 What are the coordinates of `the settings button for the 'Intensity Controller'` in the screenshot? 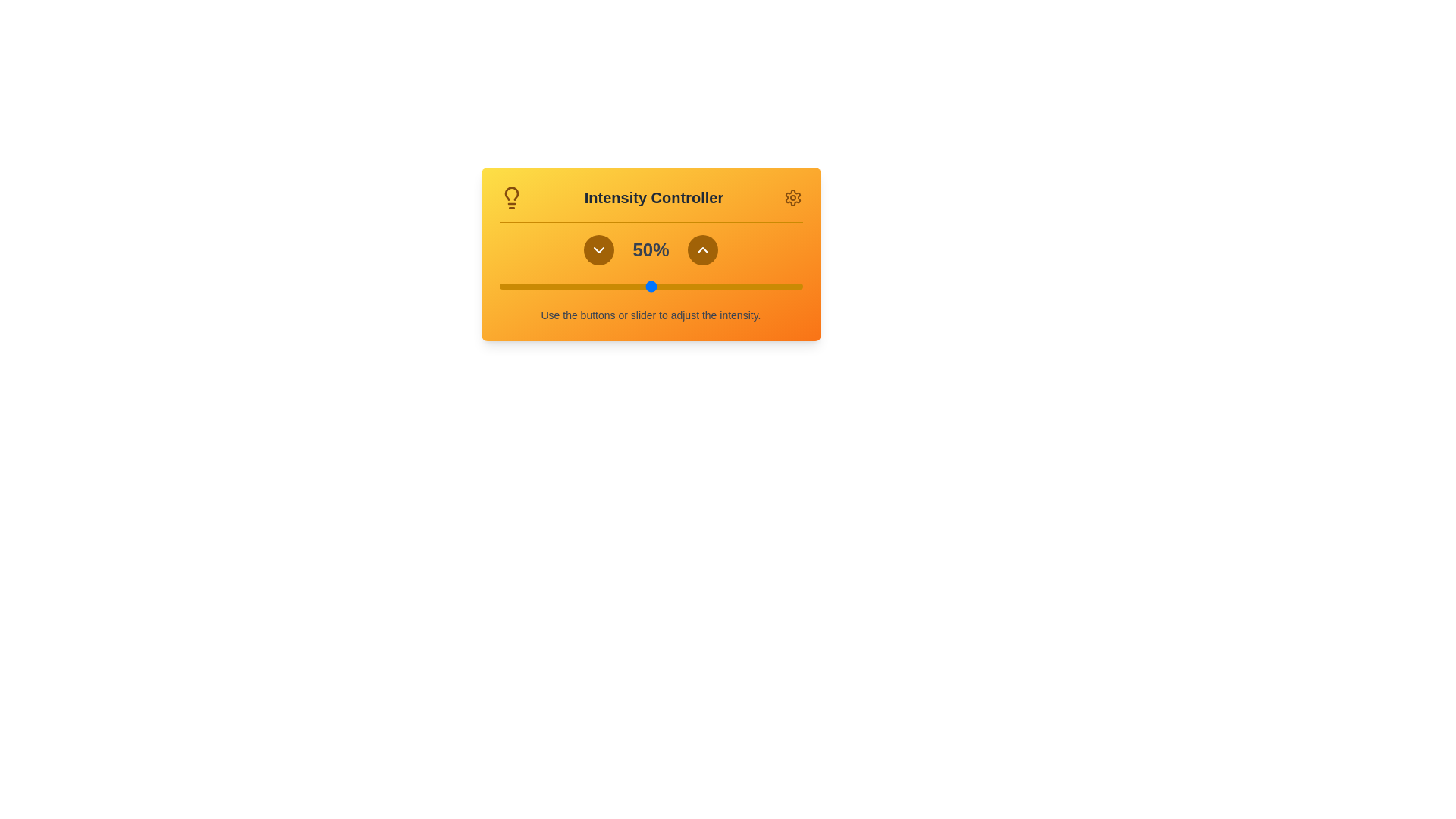 It's located at (792, 197).